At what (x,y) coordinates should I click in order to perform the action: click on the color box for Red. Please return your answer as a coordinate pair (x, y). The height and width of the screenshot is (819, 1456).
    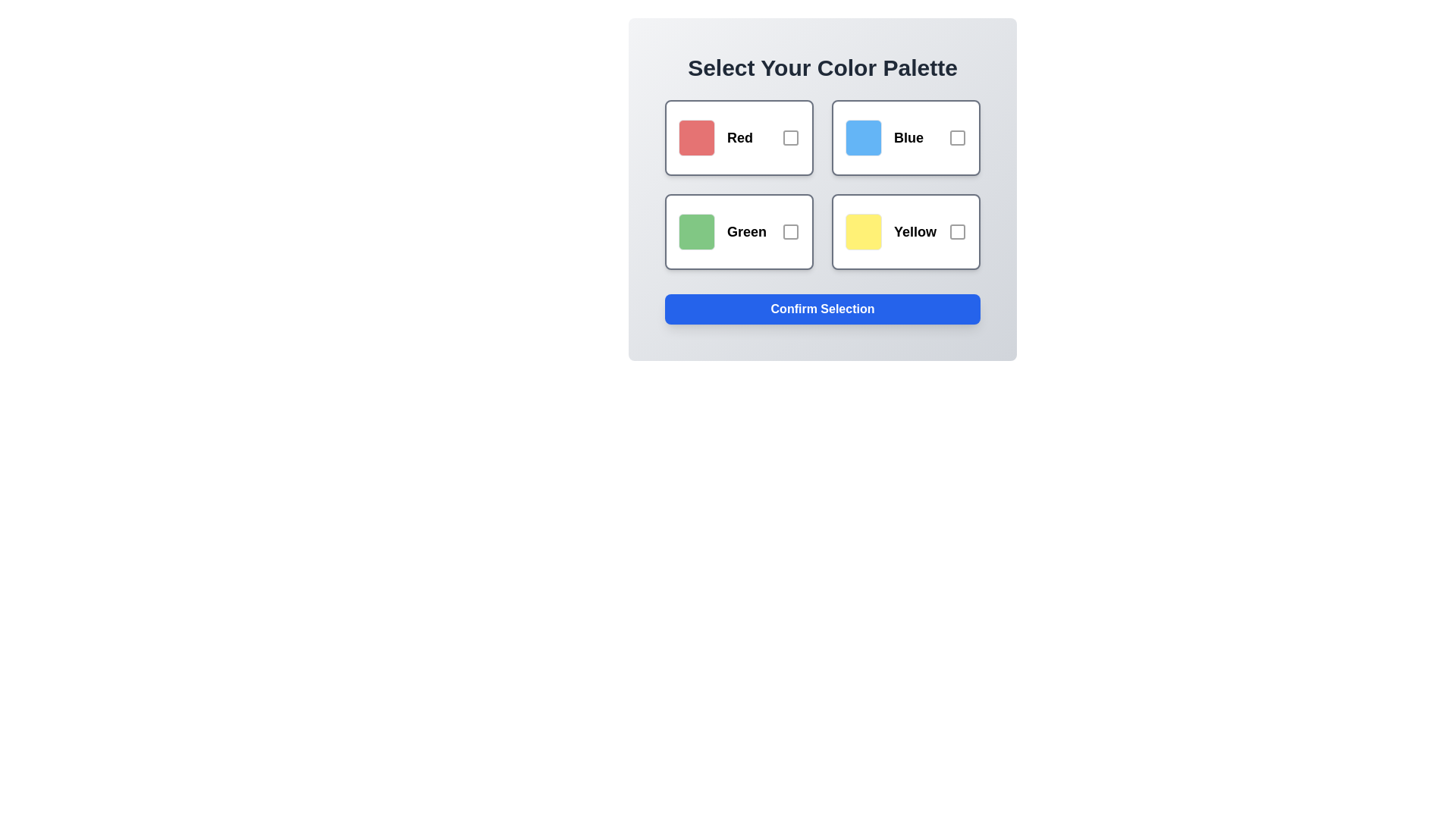
    Looking at the image, I should click on (739, 137).